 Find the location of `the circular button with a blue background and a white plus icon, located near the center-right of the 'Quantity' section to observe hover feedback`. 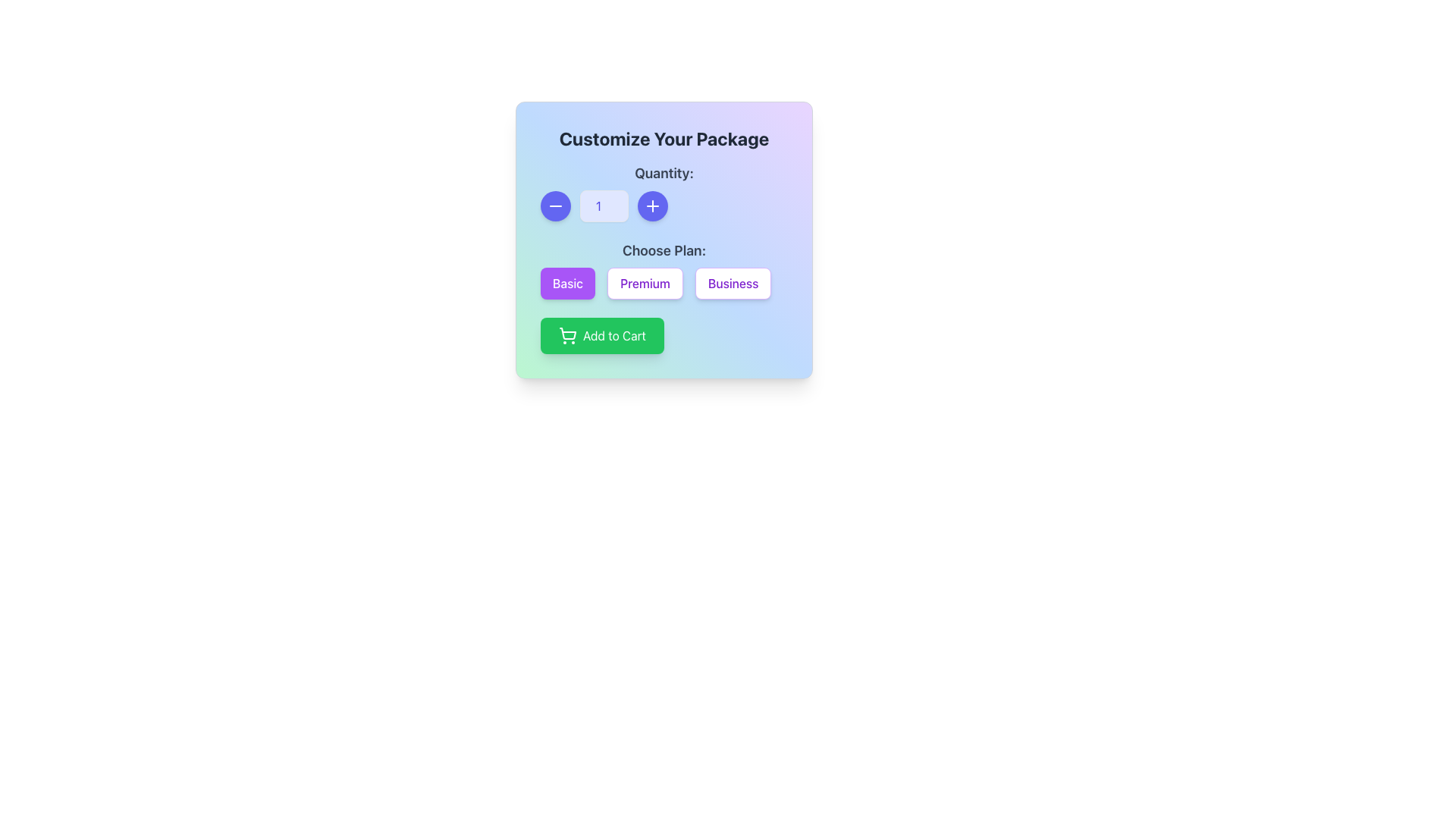

the circular button with a blue background and a white plus icon, located near the center-right of the 'Quantity' section to observe hover feedback is located at coordinates (652, 206).